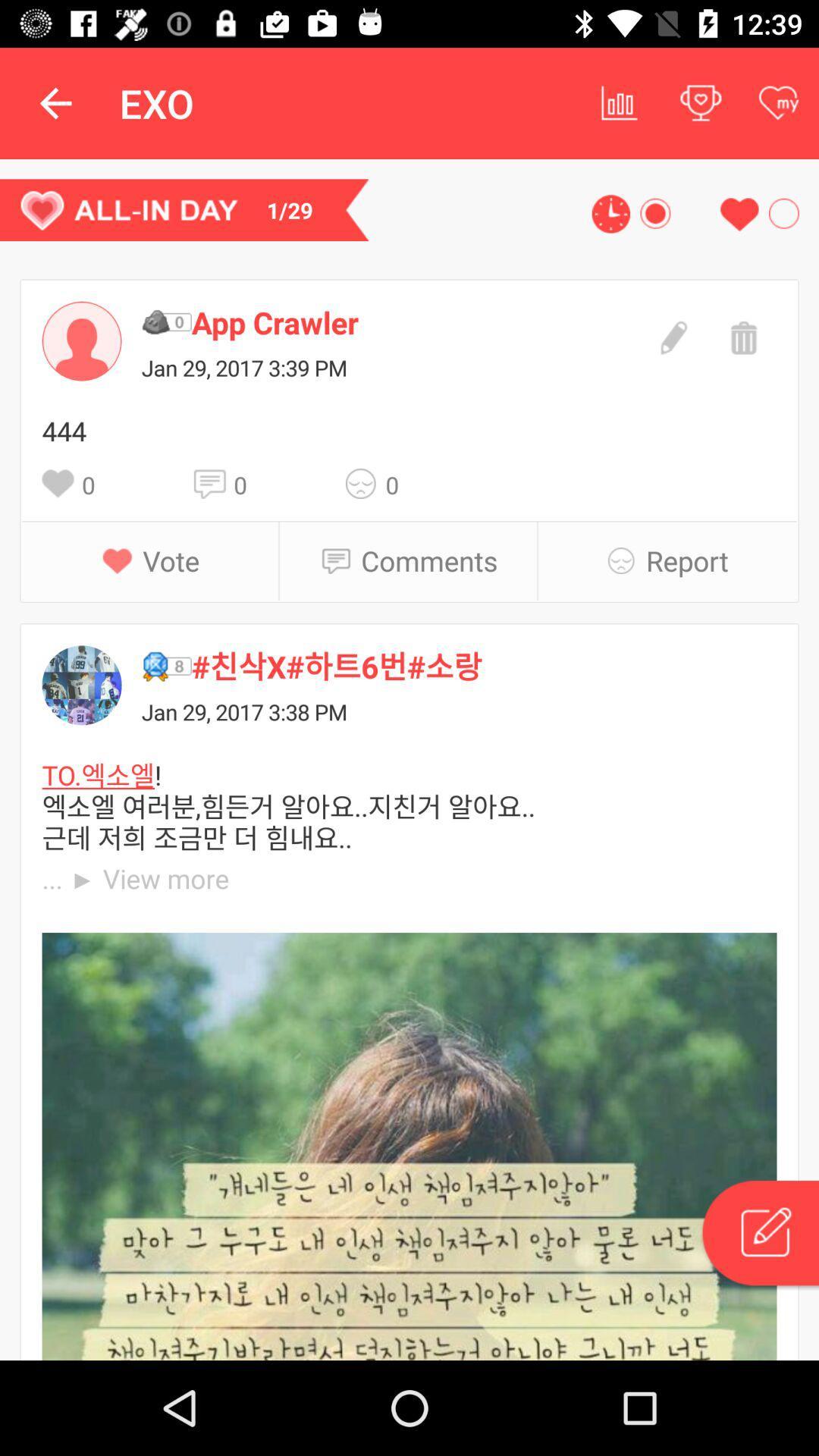  What do you see at coordinates (82, 340) in the screenshot?
I see `to the profile element` at bounding box center [82, 340].